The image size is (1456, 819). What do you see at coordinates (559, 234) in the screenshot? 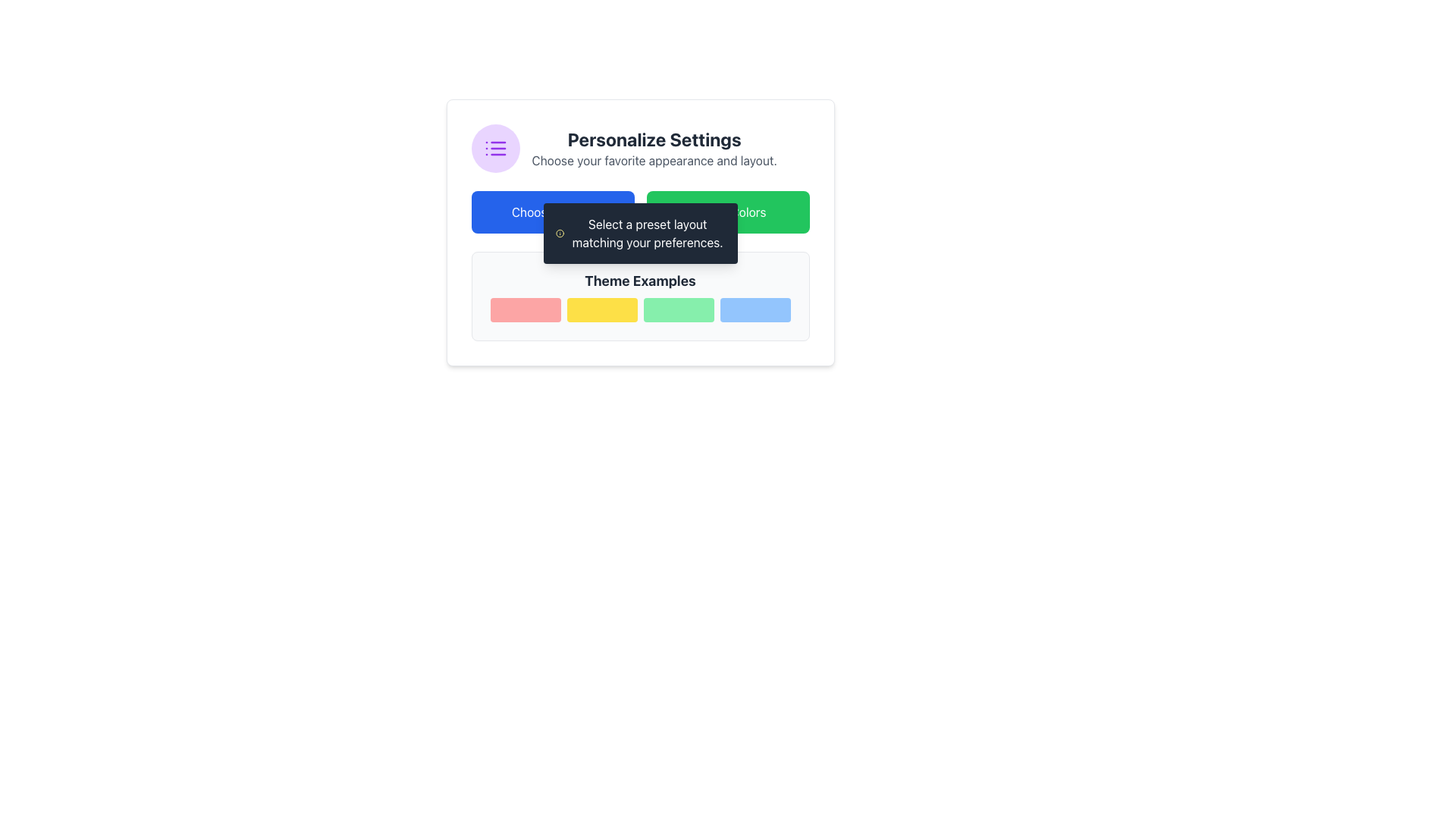
I see `the presence of the information icon, which is a circular outline with an 'i' inside, located to the left of the text 'Select a preset layout matching your preferences.'` at bounding box center [559, 234].